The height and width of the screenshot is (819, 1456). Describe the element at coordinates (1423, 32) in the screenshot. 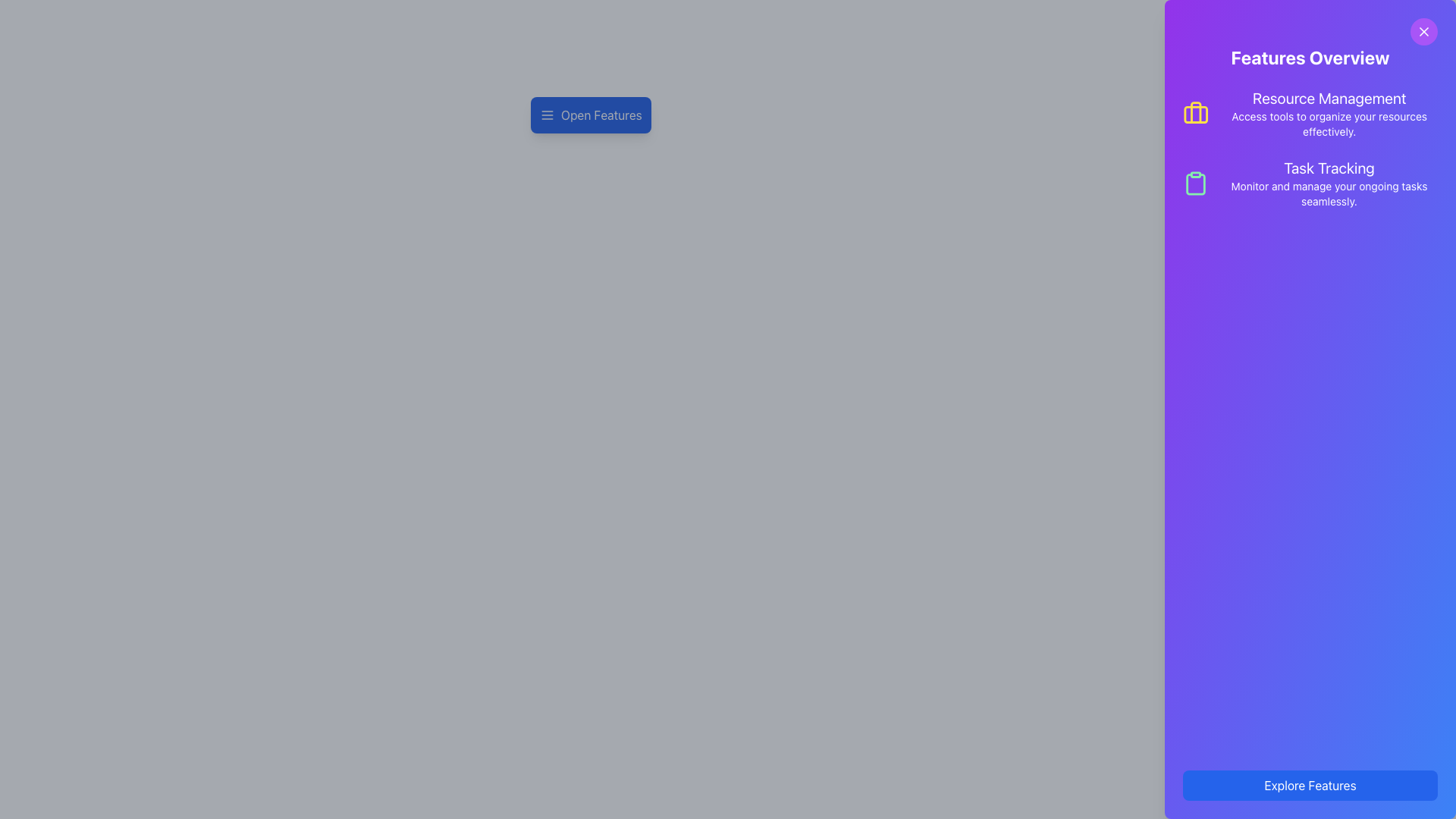

I see `the small purple circular button with an 'X' icon located at the top-right corner of the 'Features Overview' panel` at that location.